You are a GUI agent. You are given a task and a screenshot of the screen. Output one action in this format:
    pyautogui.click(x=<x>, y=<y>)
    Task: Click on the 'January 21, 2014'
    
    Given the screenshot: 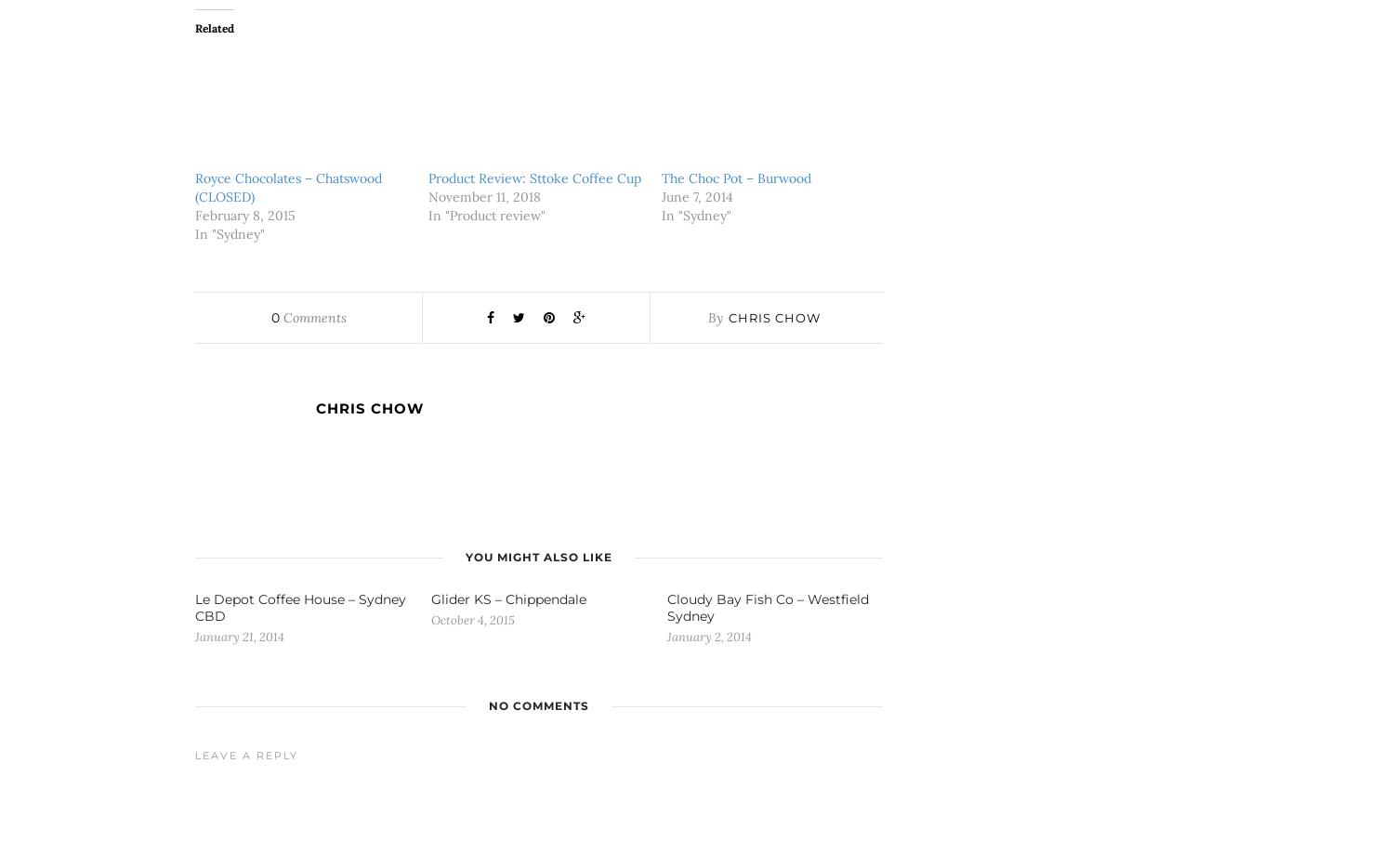 What is the action you would take?
    pyautogui.click(x=240, y=635)
    